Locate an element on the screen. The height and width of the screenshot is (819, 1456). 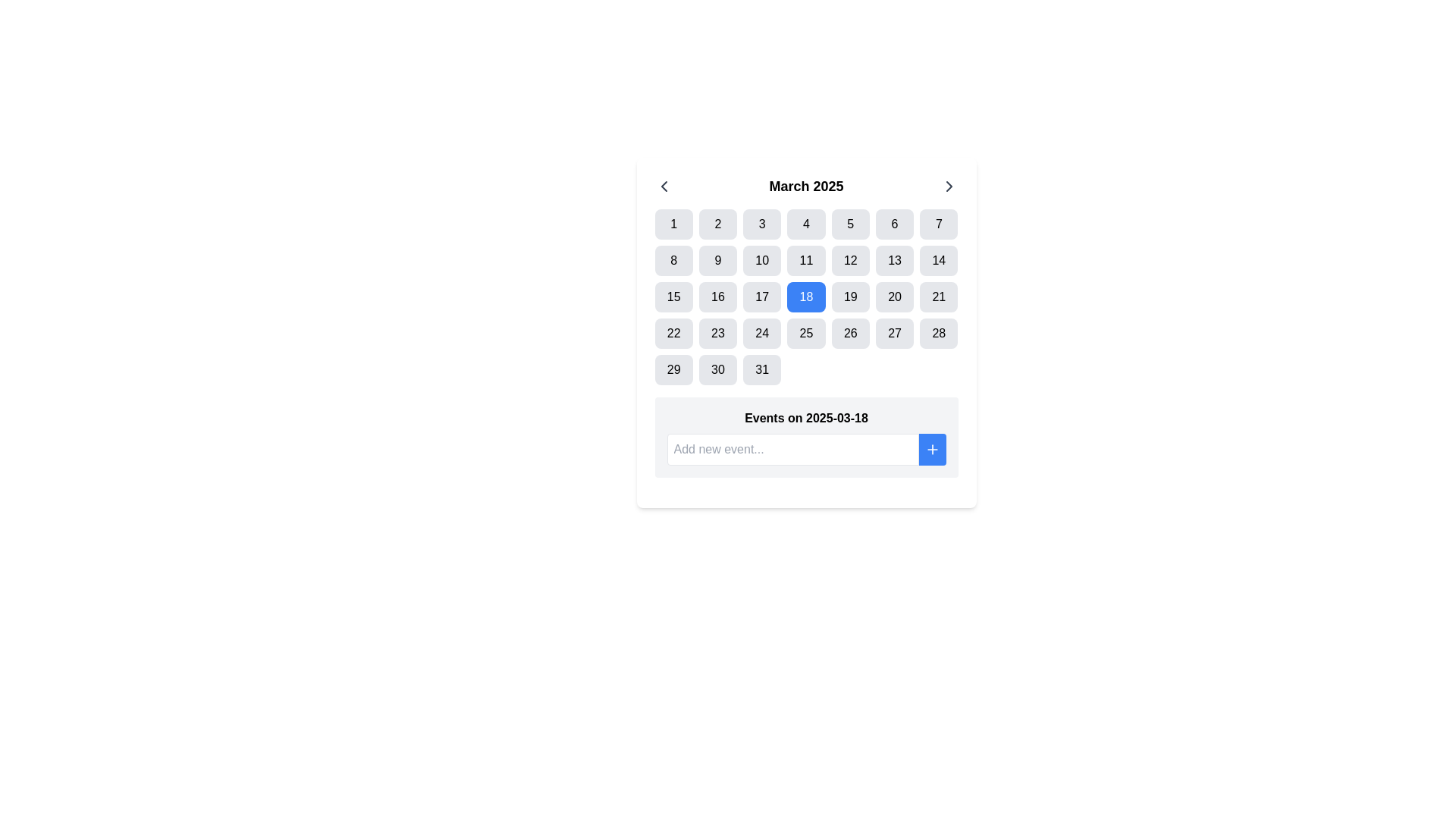
the gray button labeled '29' located in the bottom-left corner of the calendar grid is located at coordinates (673, 370).